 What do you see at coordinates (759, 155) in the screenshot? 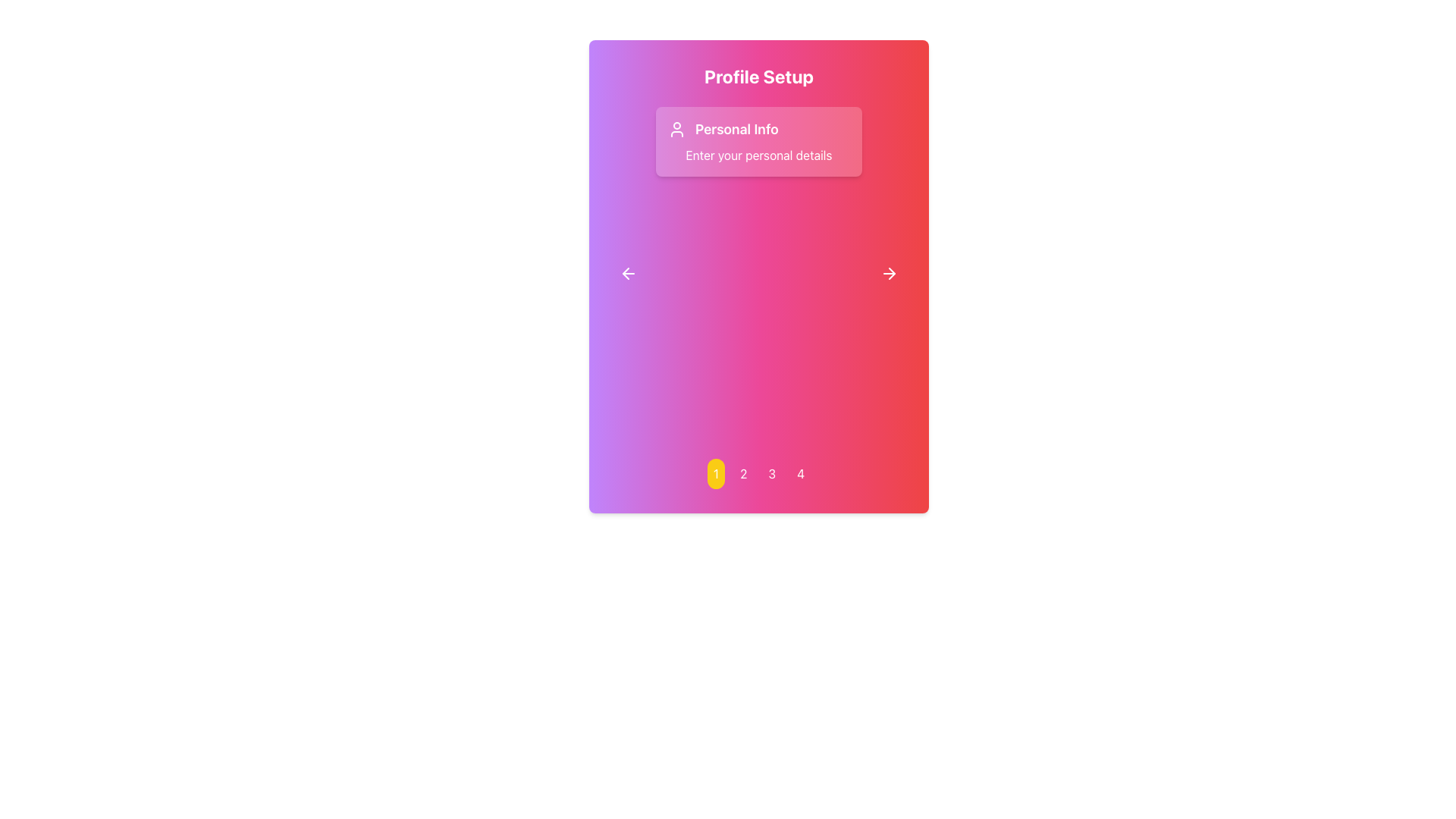
I see `the text label displaying 'Enter your personal details' within the card-like UI component` at bounding box center [759, 155].